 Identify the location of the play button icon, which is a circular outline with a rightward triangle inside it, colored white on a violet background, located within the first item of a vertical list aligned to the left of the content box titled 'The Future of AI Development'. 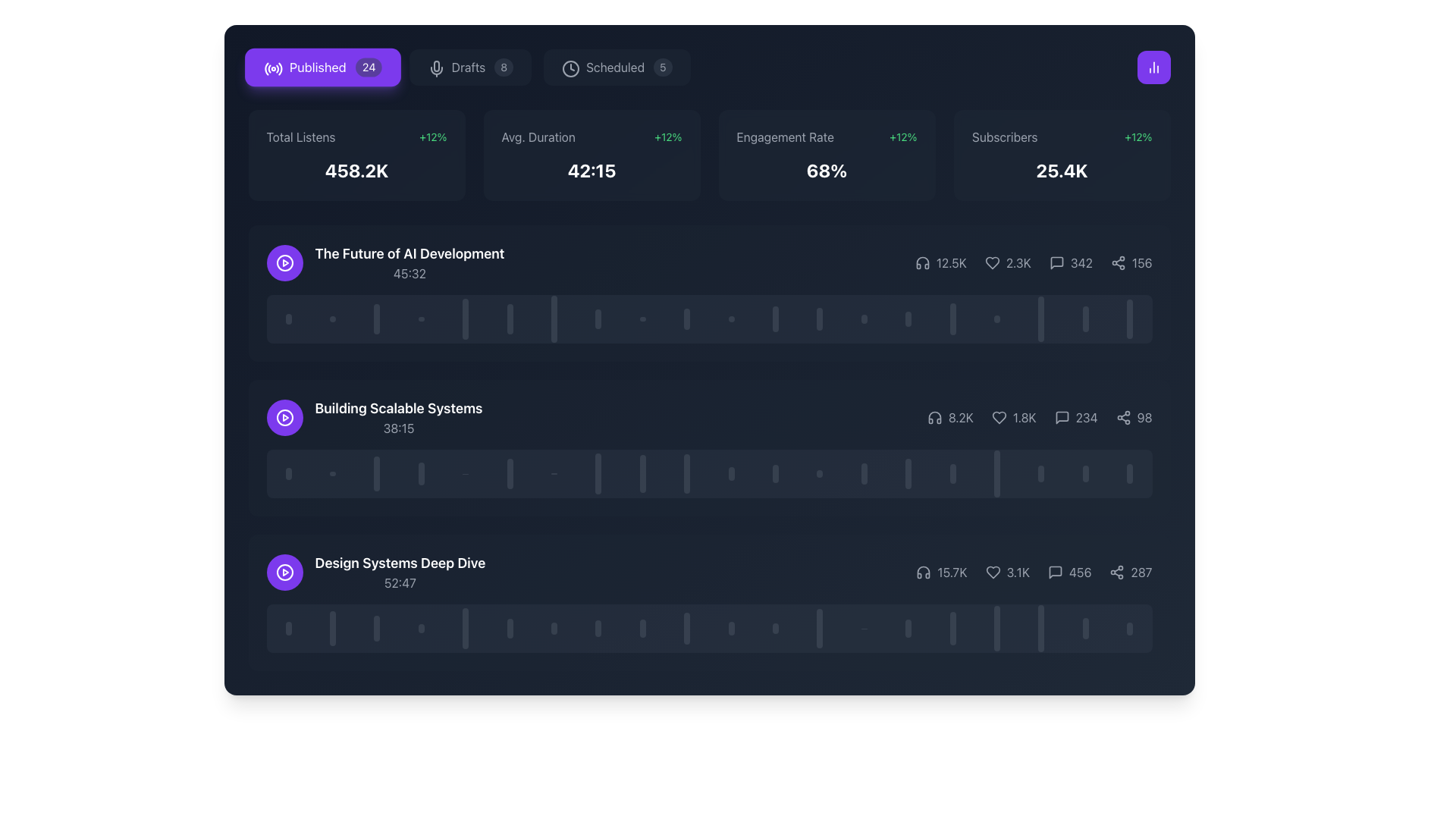
(284, 262).